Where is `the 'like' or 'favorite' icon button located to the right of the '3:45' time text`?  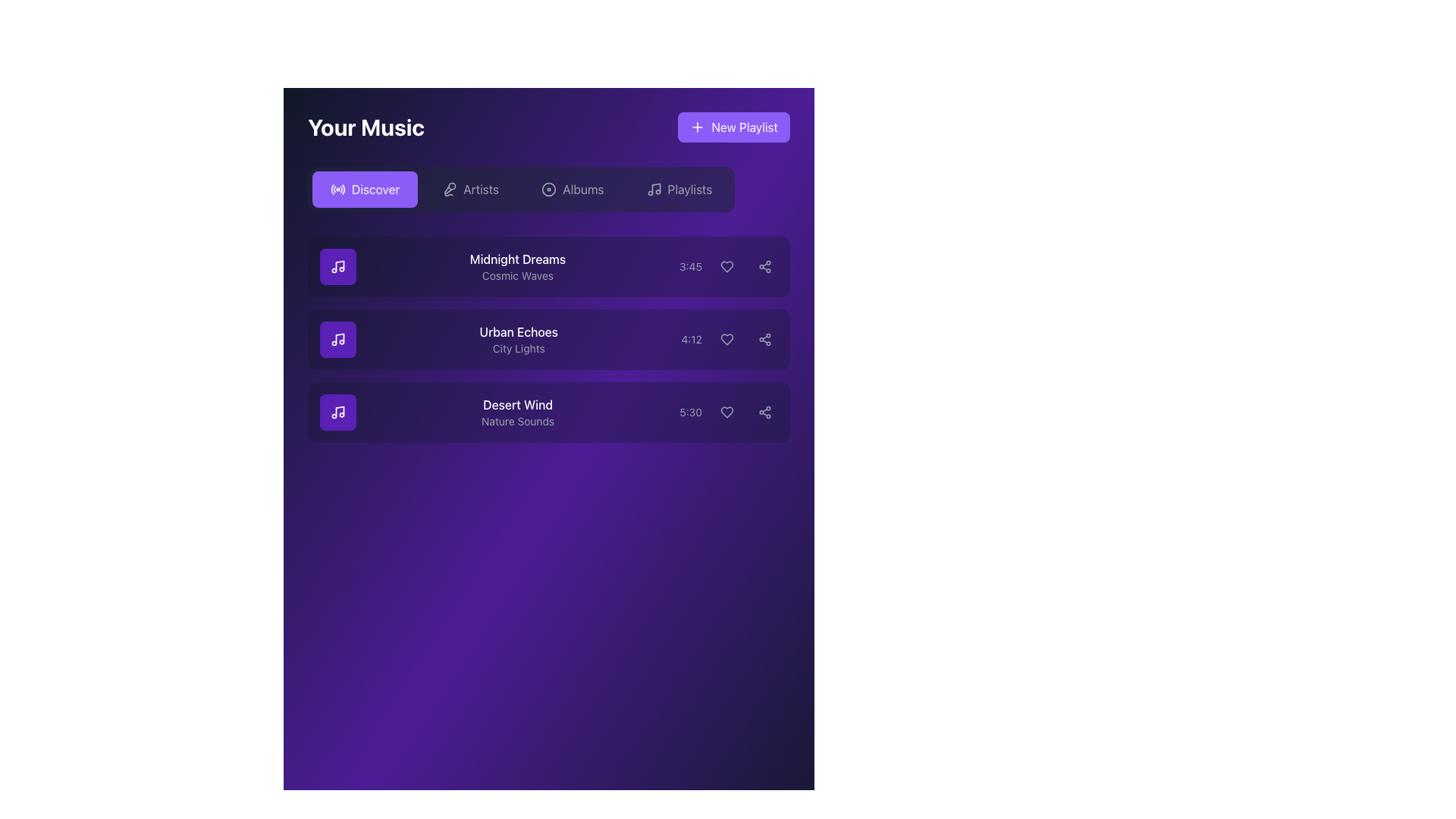 the 'like' or 'favorite' icon button located to the right of the '3:45' time text is located at coordinates (726, 265).